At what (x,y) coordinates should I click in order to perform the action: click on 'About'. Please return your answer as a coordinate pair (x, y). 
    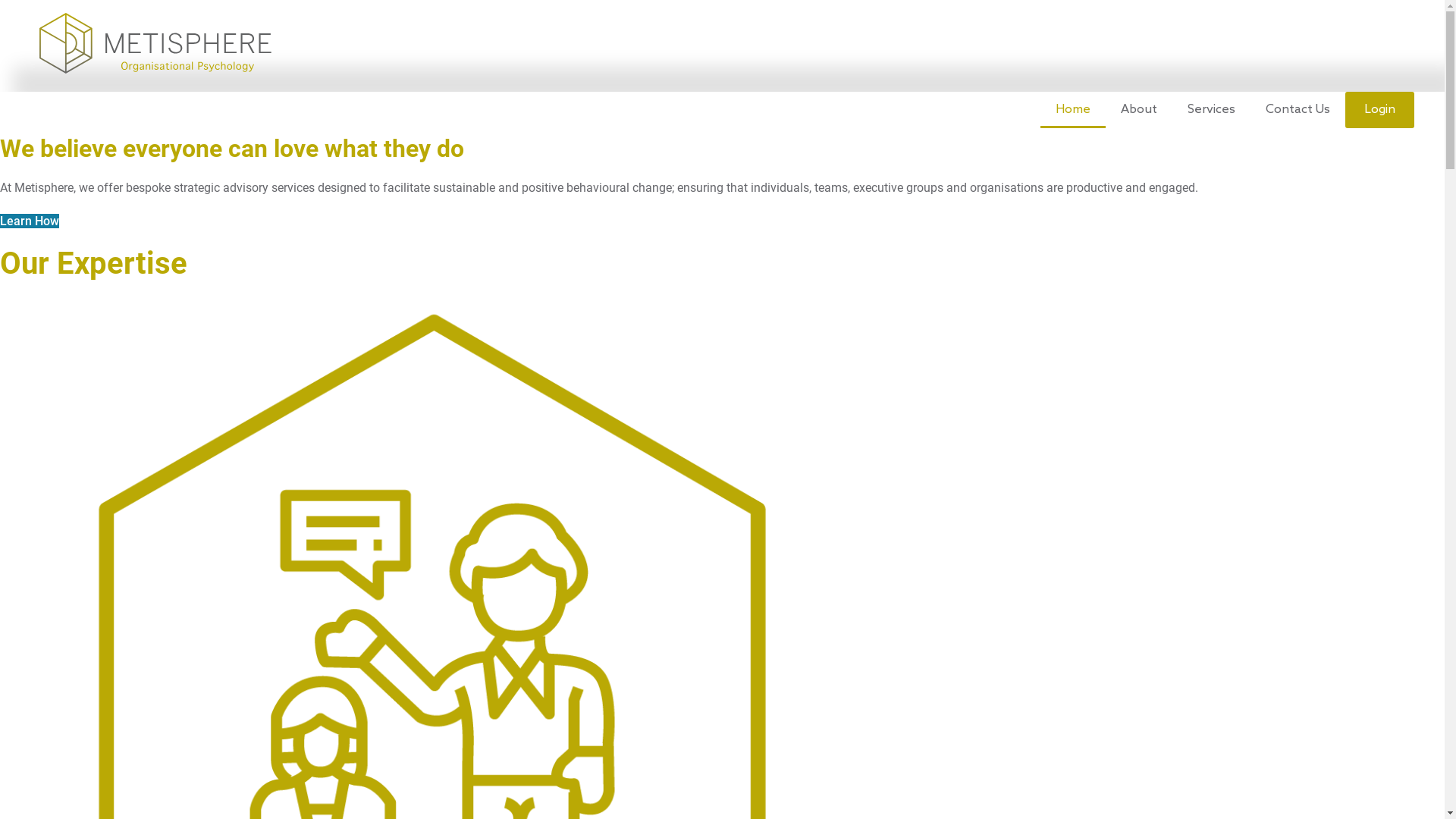
    Looking at the image, I should click on (1139, 109).